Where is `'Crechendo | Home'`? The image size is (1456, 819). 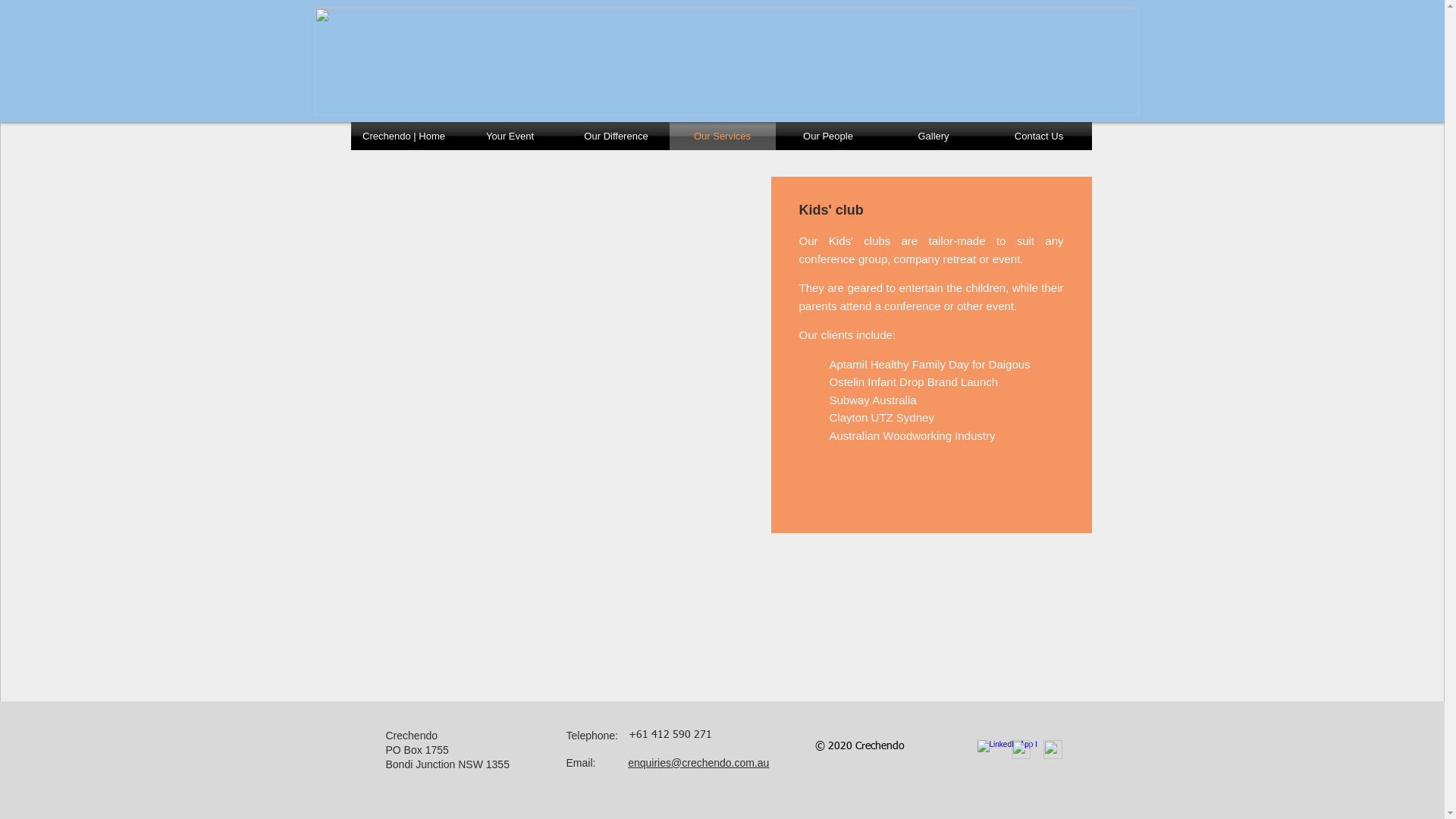
'Crechendo | Home' is located at coordinates (349, 135).